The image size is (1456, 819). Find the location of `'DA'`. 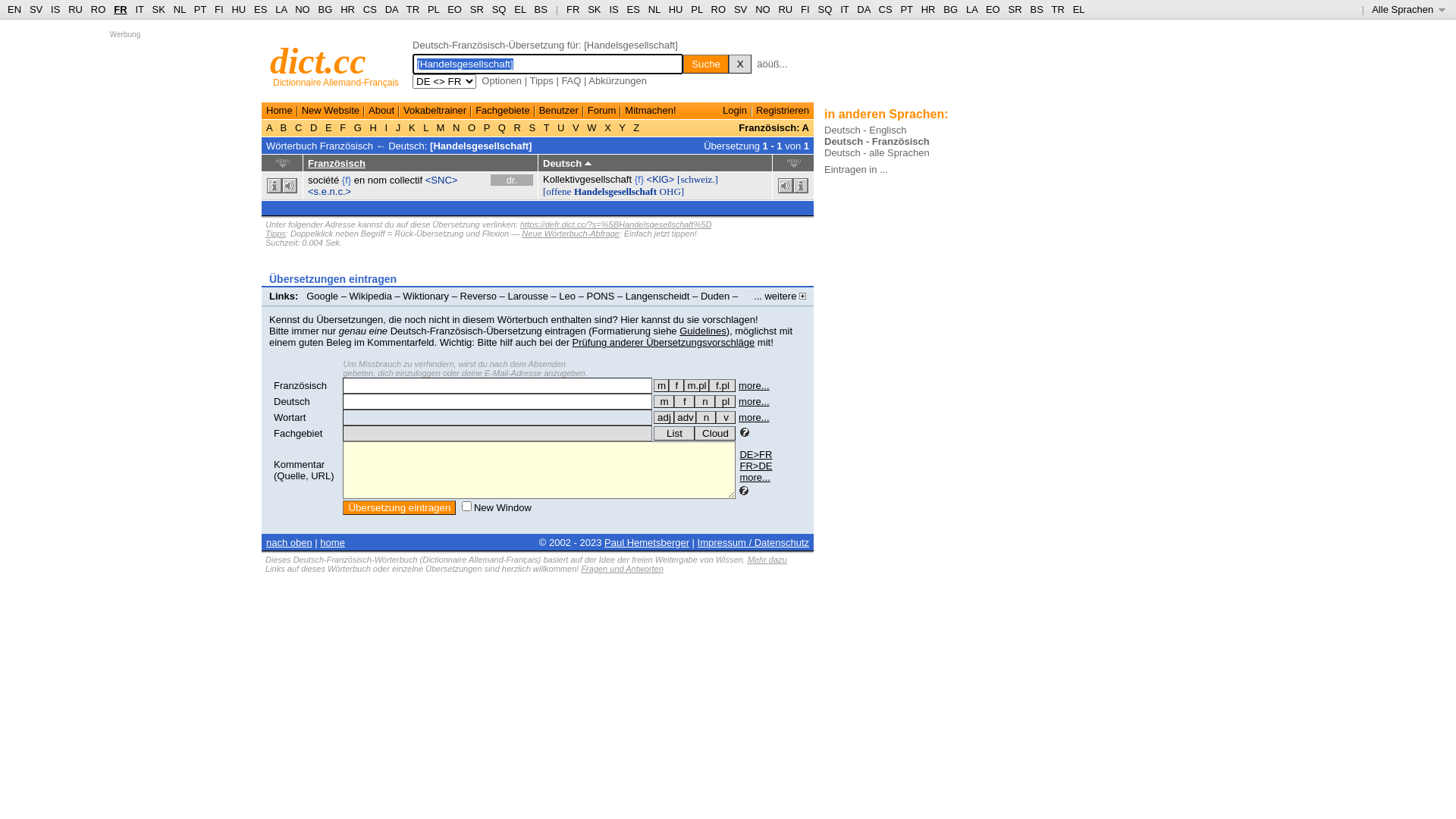

'DA' is located at coordinates (391, 9).